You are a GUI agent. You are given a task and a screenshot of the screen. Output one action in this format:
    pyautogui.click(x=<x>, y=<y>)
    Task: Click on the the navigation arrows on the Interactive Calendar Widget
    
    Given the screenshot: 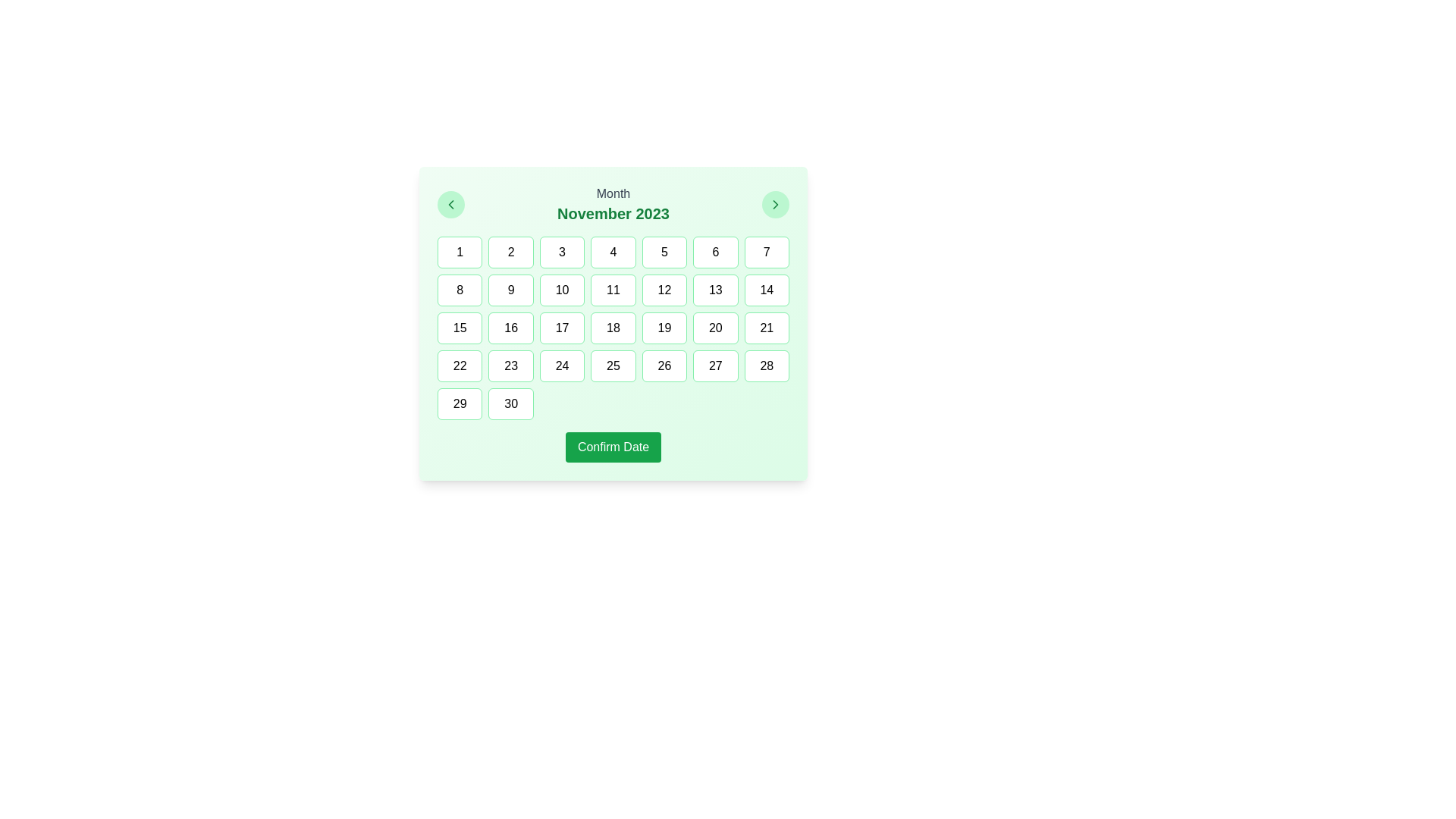 What is the action you would take?
    pyautogui.click(x=613, y=323)
    